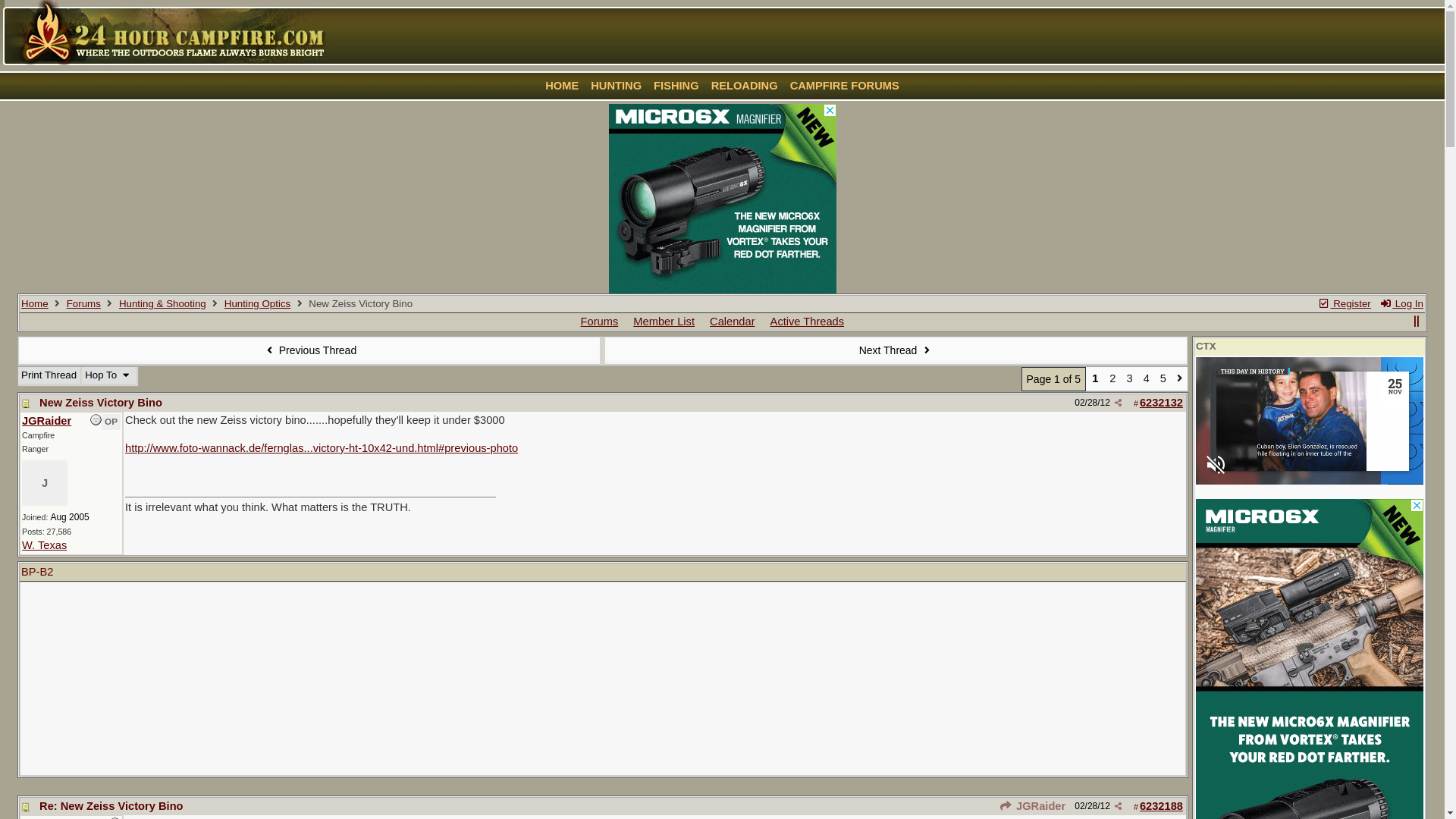  What do you see at coordinates (895, 350) in the screenshot?
I see `'Next Thread'` at bounding box center [895, 350].